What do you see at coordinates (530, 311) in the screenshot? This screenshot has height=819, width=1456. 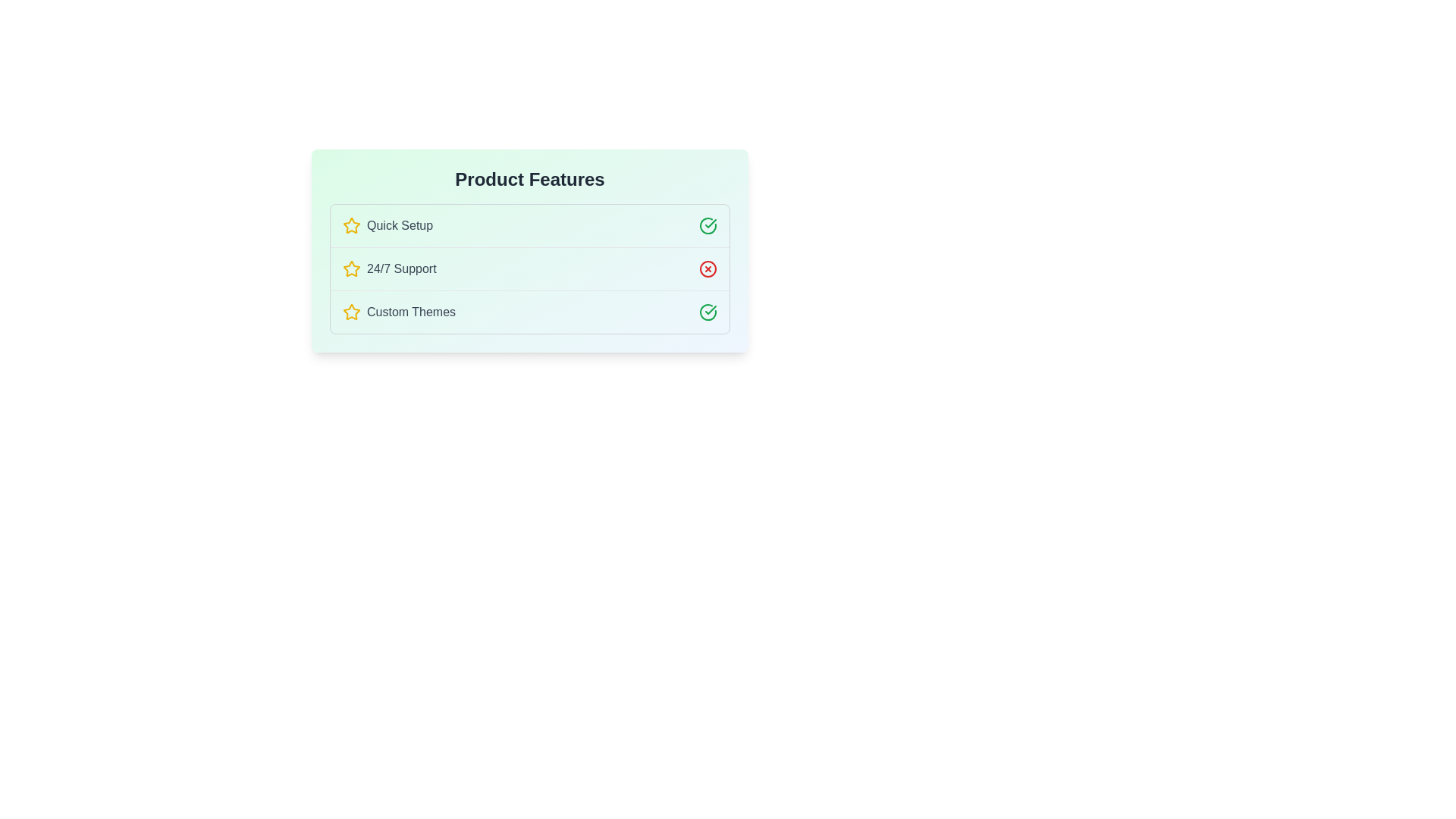 I see `the list item corresponding to Custom Themes` at bounding box center [530, 311].